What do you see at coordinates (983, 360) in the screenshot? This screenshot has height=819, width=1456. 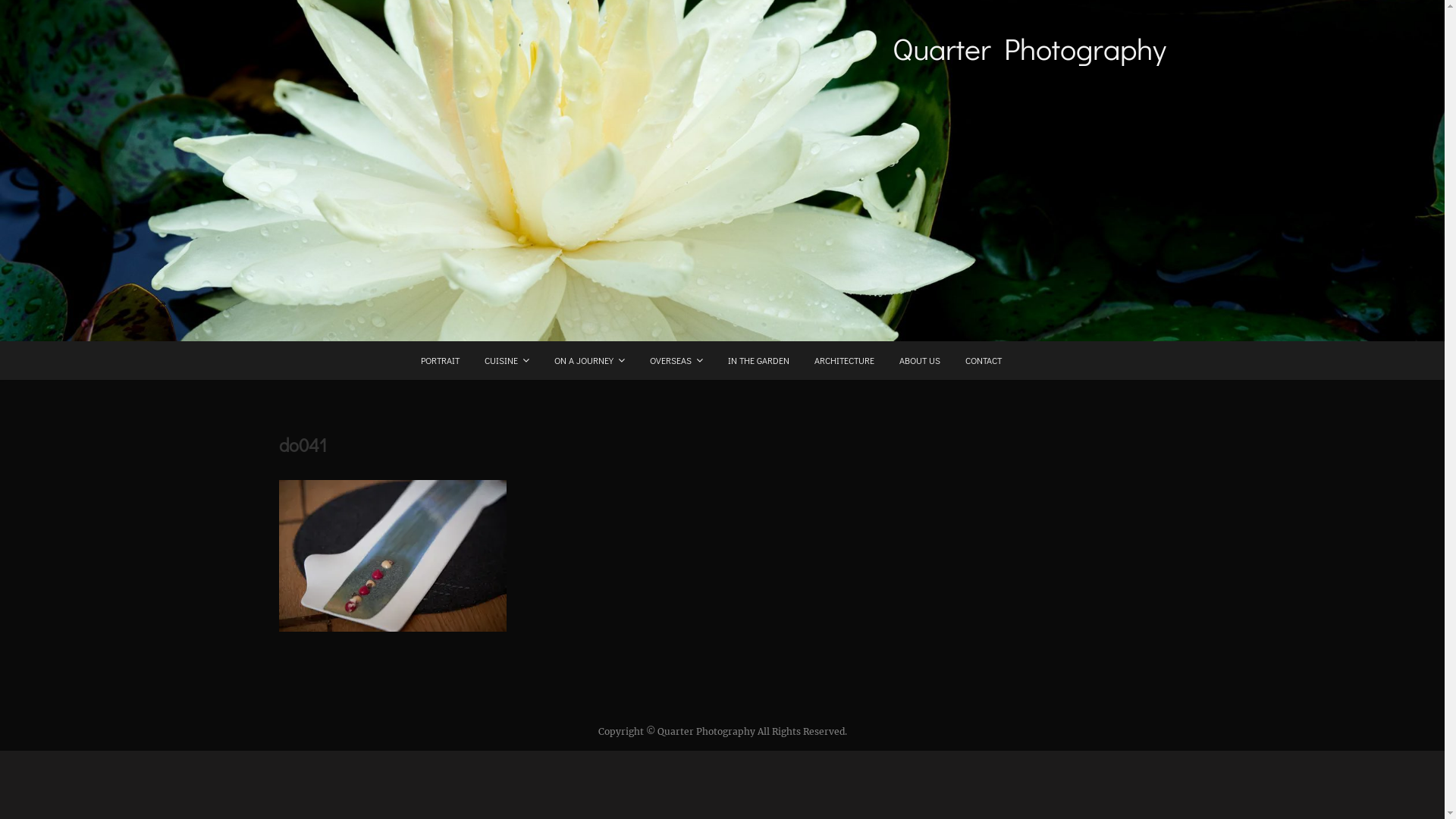 I see `'CONTACT'` at bounding box center [983, 360].